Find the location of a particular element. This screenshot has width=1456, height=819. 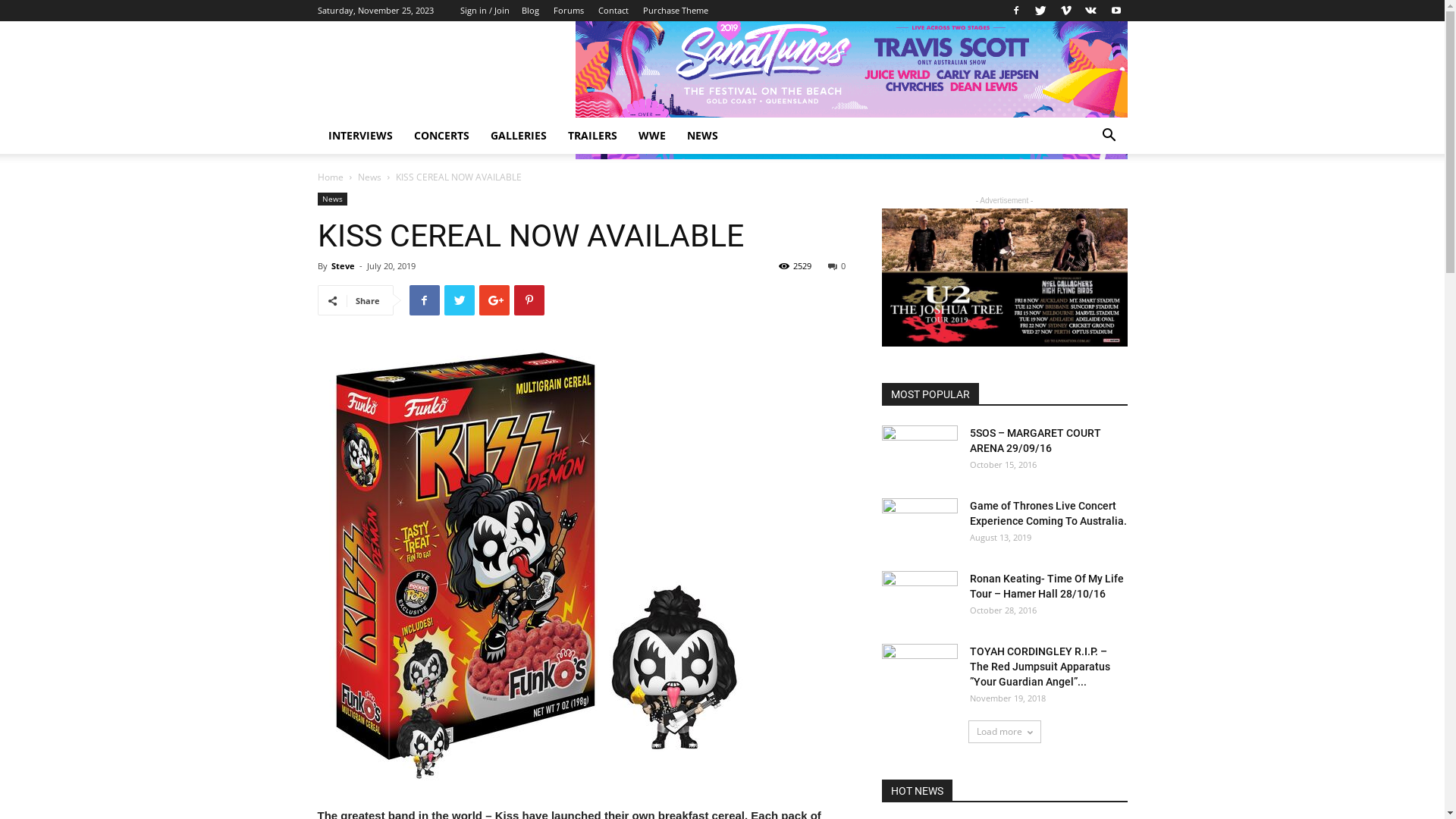

'News' is located at coordinates (369, 176).